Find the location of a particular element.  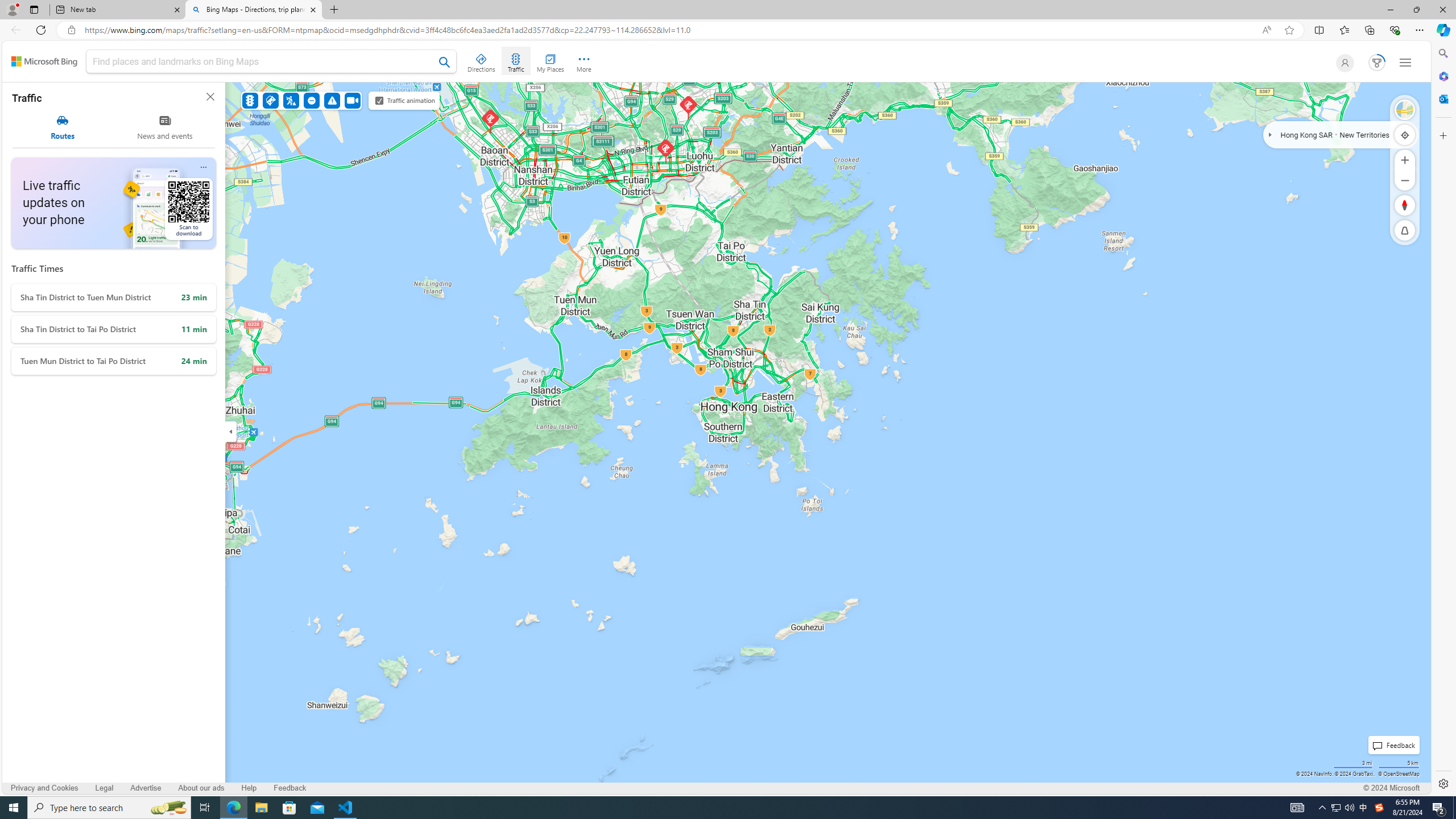

'About our ads' is located at coordinates (200, 788).